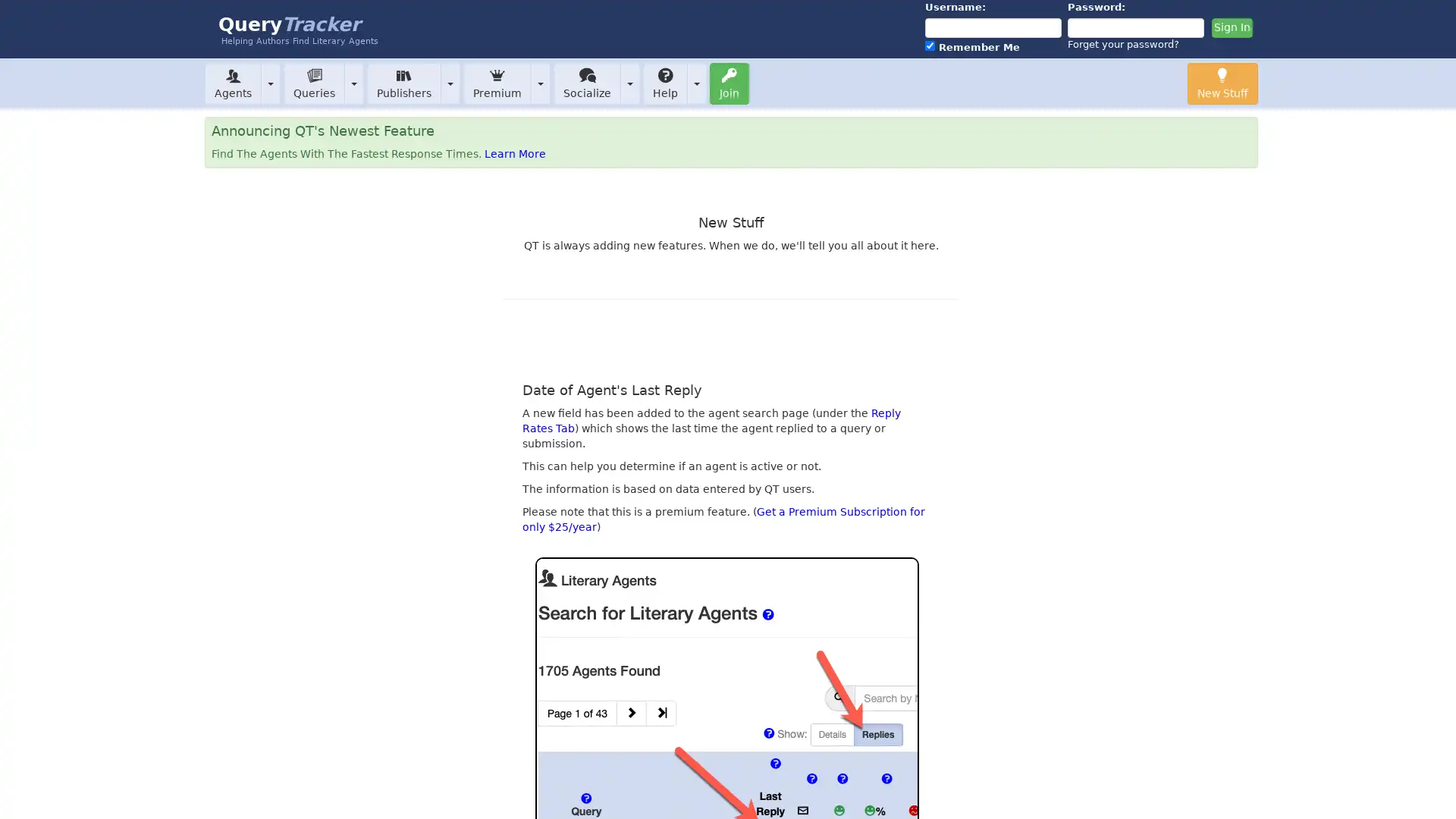 The image size is (1456, 819). What do you see at coordinates (629, 83) in the screenshot?
I see `Toggle Dropdown` at bounding box center [629, 83].